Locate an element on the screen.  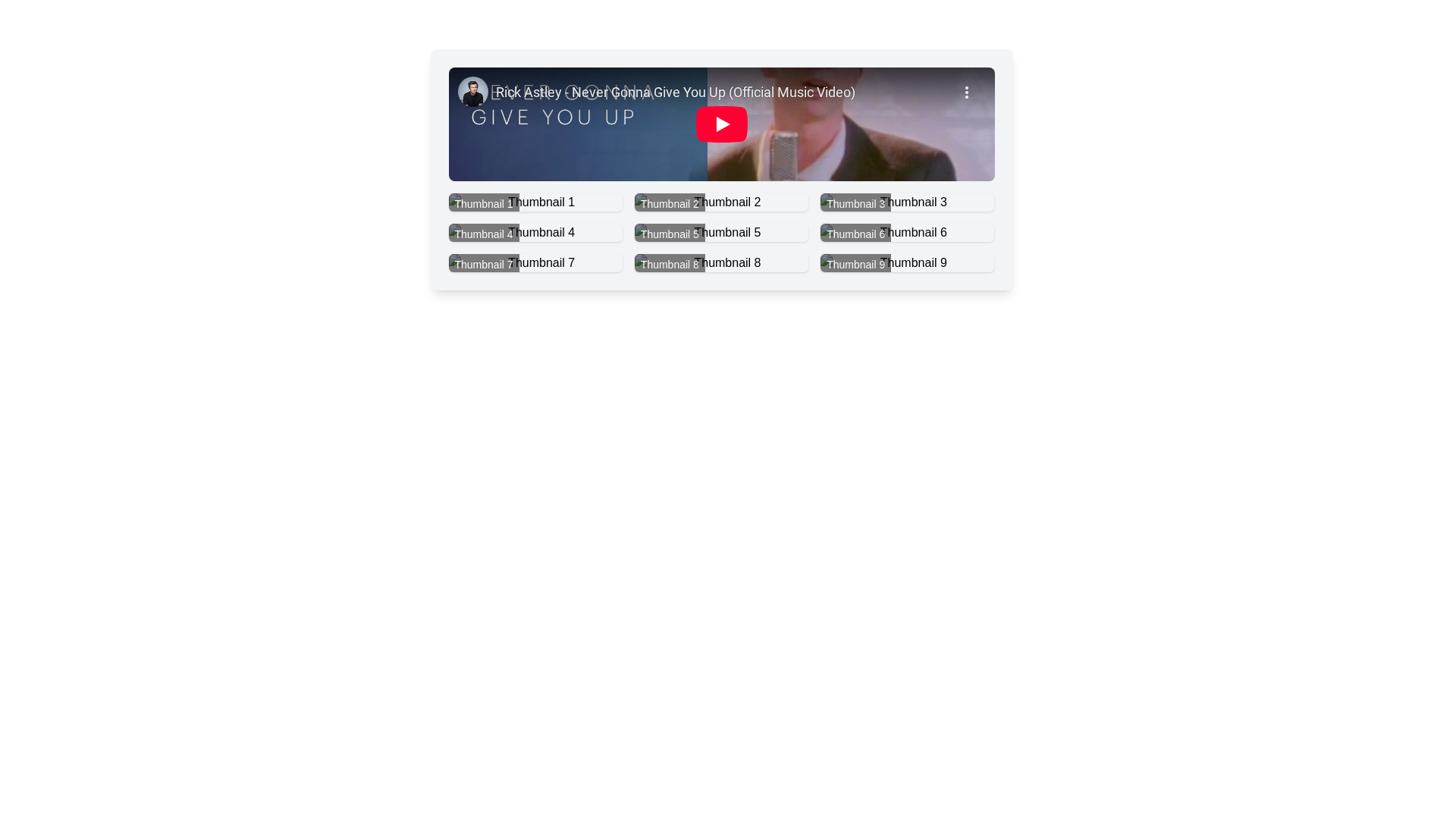
the informational label indicating 'Thumbnail 9', which is located in the ninth position of the thumbnail grid is located at coordinates (855, 263).